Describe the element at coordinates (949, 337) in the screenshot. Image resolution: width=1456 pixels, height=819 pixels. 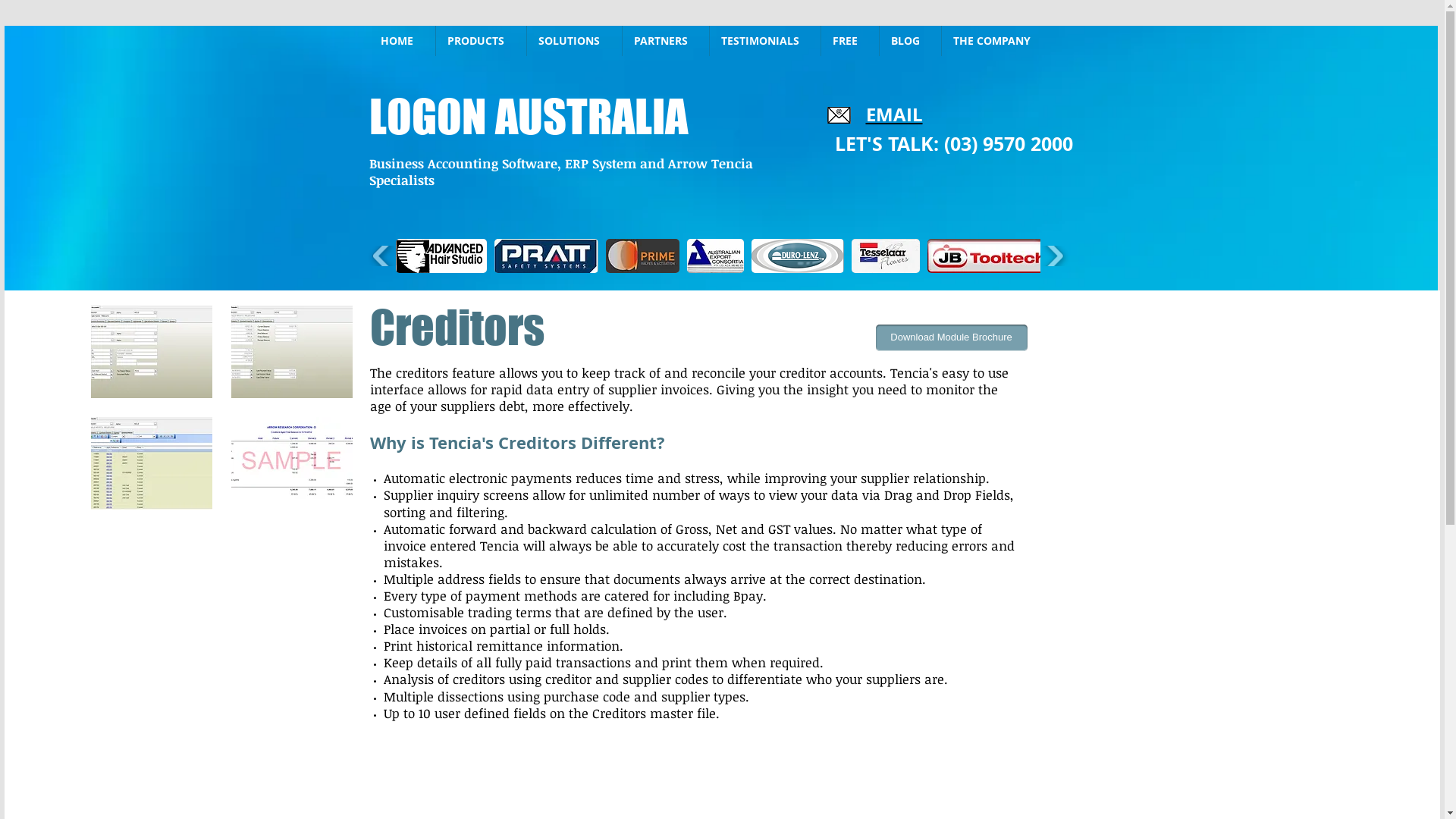
I see `'Download Module Brochure'` at that location.